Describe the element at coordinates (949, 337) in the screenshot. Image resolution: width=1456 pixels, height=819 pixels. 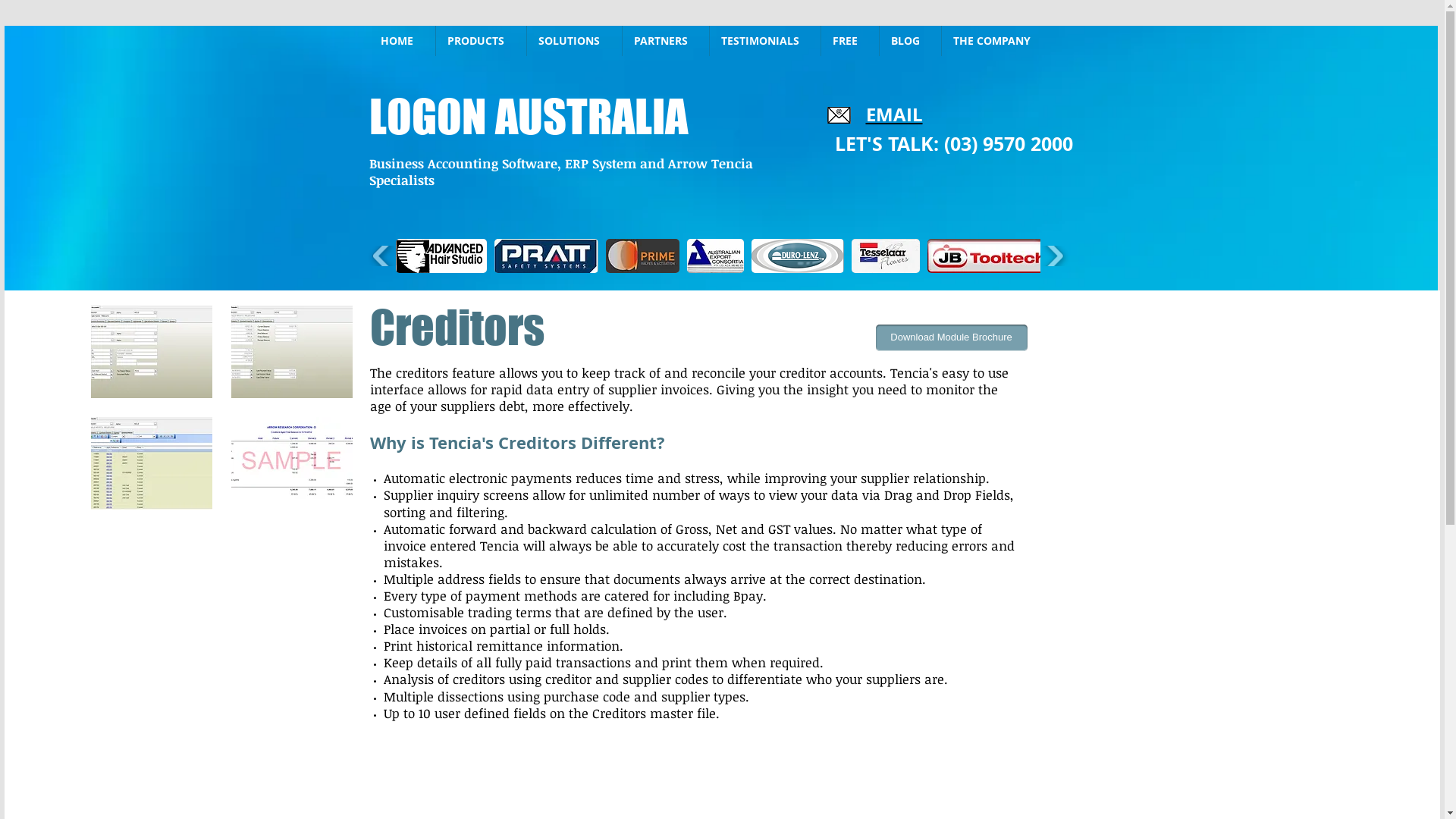
I see `'Download Module Brochure'` at that location.